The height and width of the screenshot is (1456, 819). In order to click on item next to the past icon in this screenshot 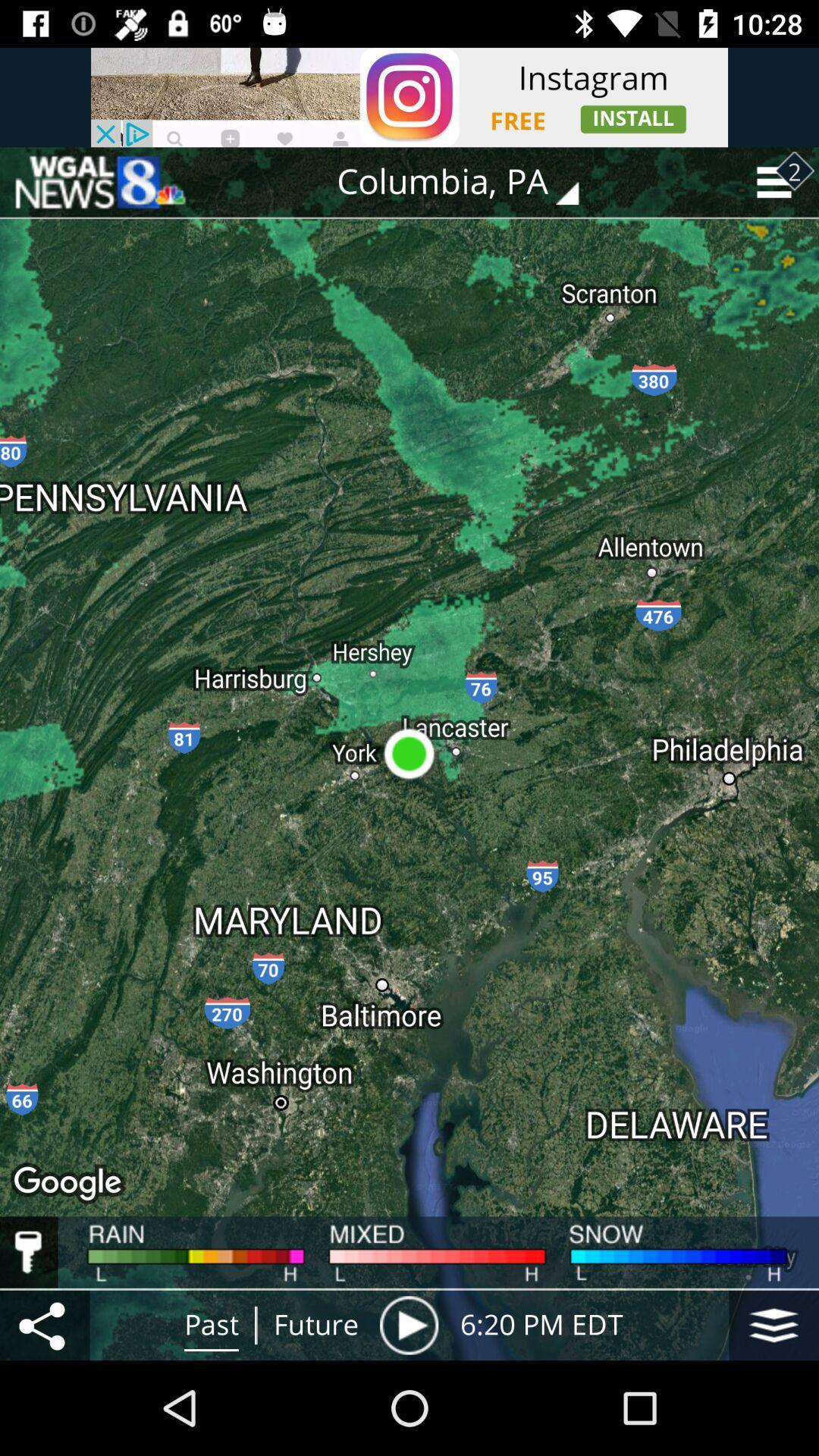, I will do `click(44, 1324)`.